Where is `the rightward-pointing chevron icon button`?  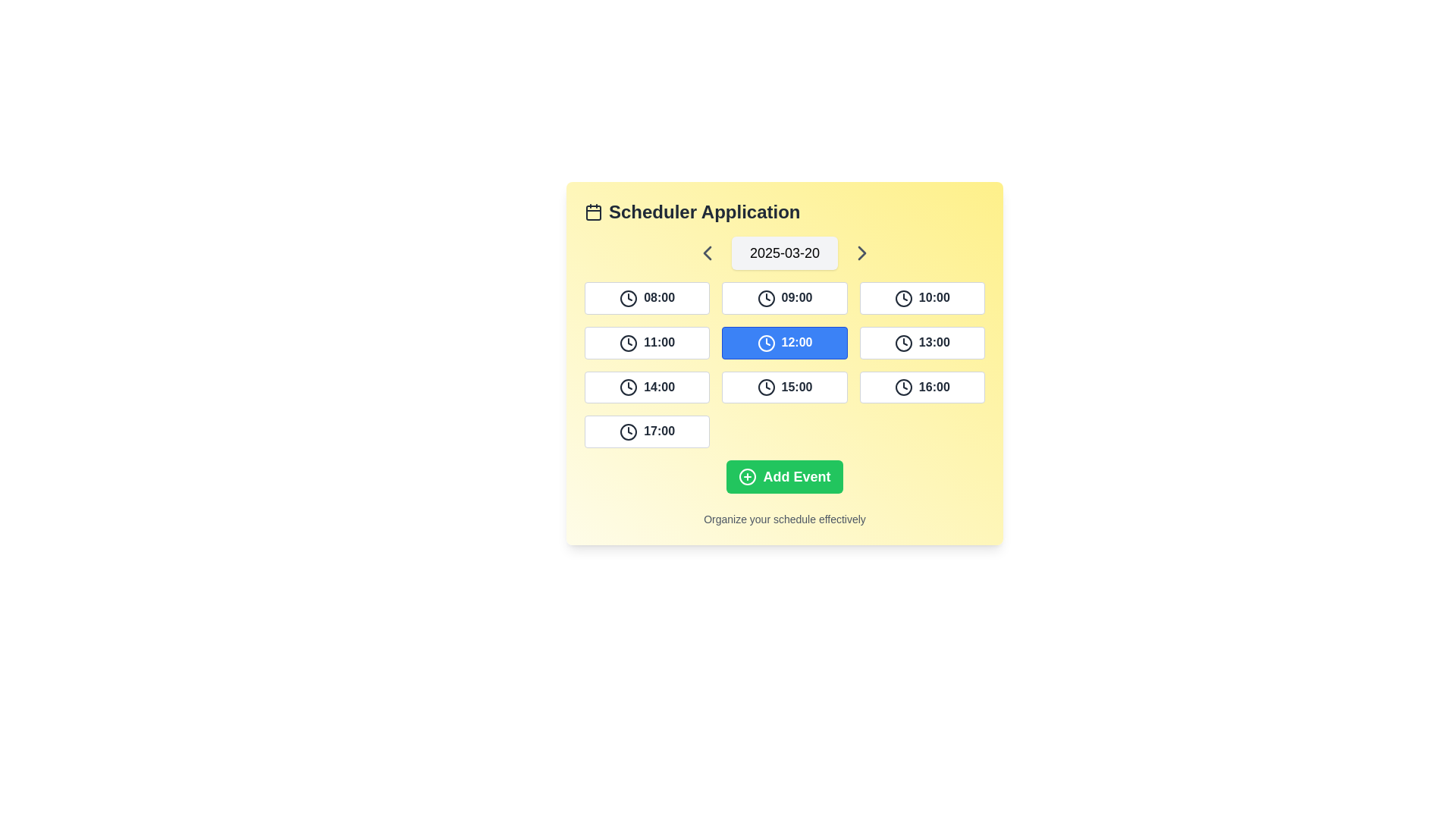
the rightward-pointing chevron icon button is located at coordinates (862, 253).